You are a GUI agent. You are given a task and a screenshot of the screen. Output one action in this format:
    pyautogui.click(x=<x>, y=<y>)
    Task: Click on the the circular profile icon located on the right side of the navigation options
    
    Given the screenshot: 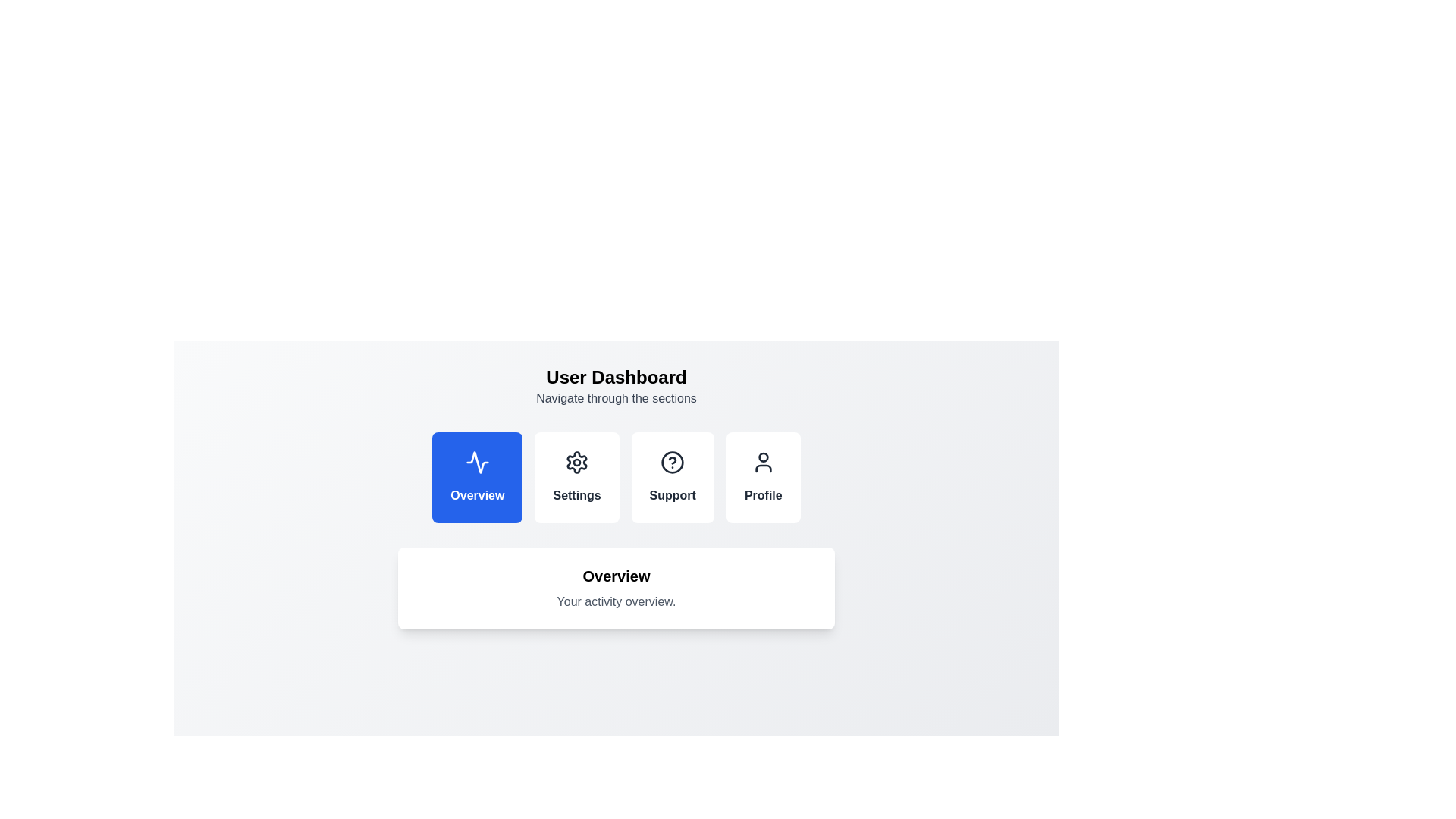 What is the action you would take?
    pyautogui.click(x=763, y=457)
    